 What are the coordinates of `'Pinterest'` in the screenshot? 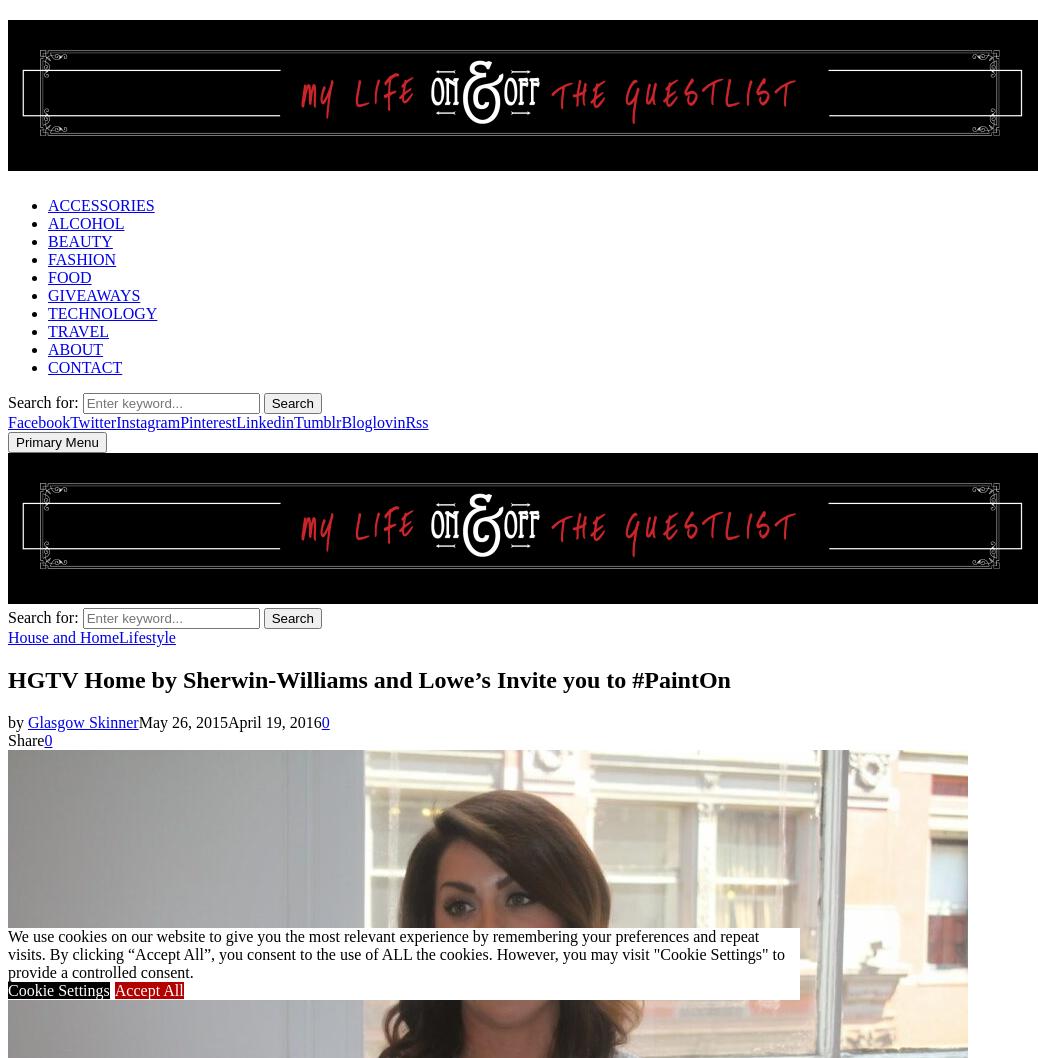 It's located at (207, 421).